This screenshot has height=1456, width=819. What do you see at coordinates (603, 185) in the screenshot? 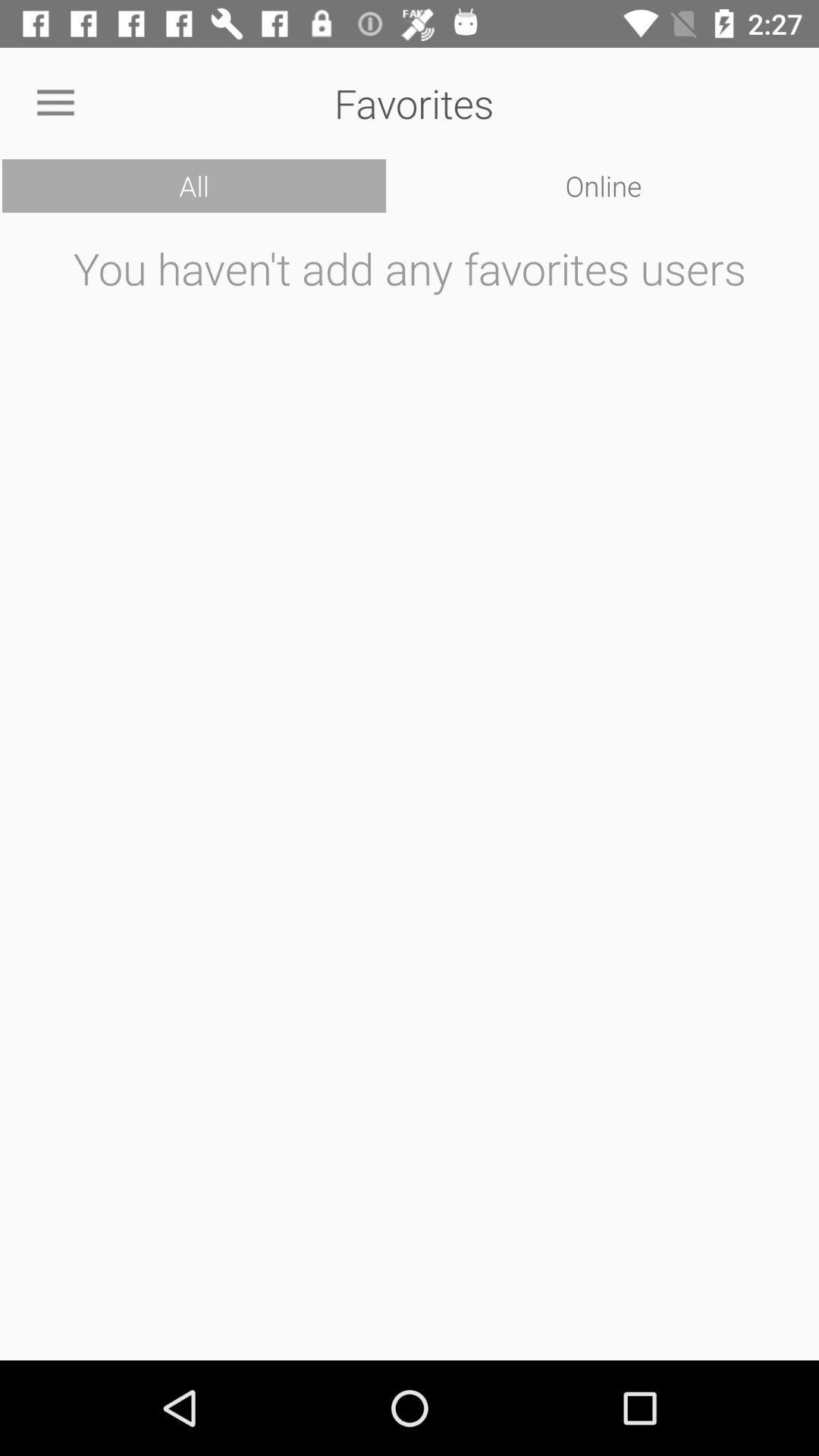
I see `the online item` at bounding box center [603, 185].